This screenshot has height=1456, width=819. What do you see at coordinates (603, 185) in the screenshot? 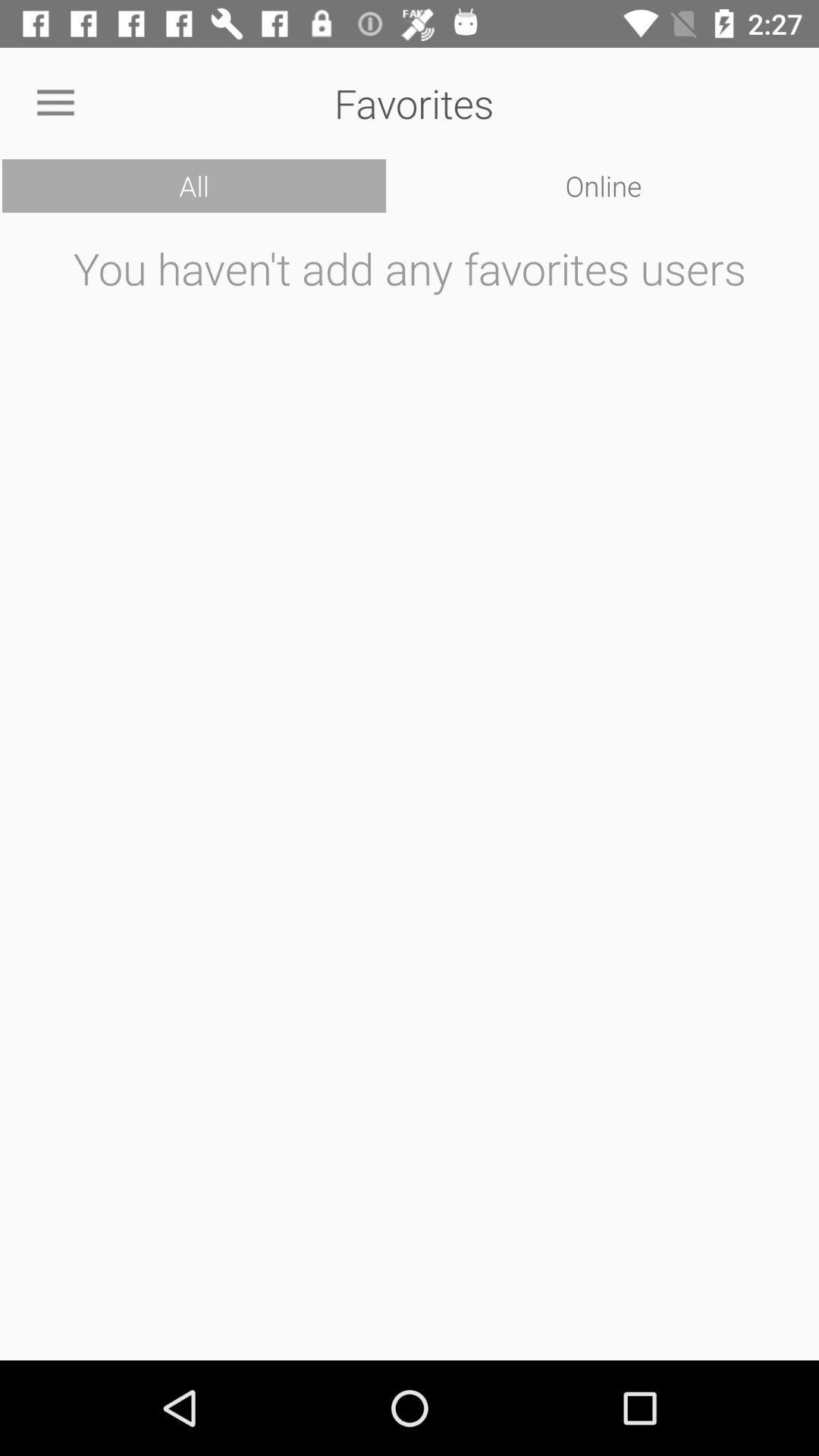
I see `the online item` at bounding box center [603, 185].